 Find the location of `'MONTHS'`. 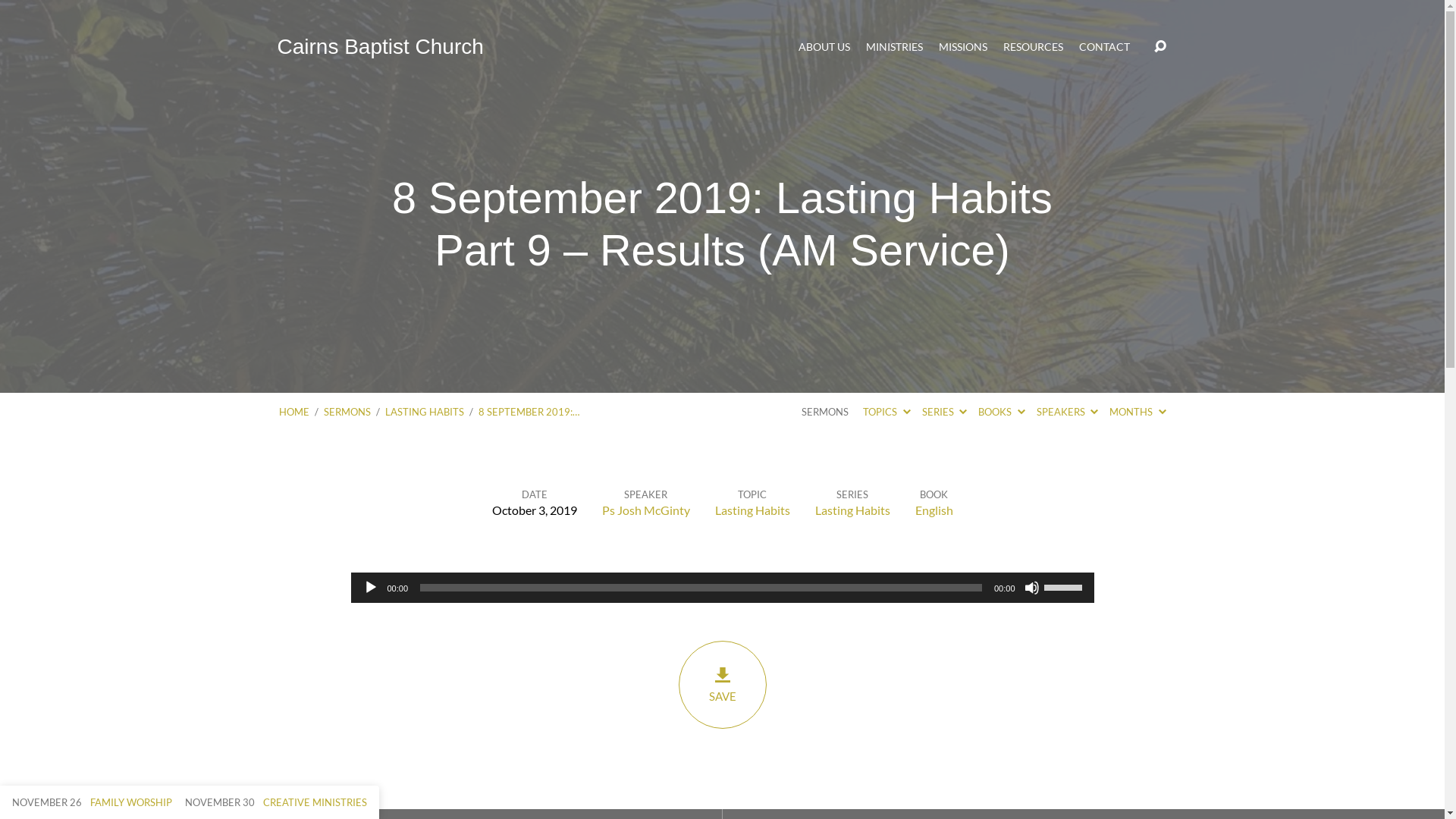

'MONTHS' is located at coordinates (1137, 412).